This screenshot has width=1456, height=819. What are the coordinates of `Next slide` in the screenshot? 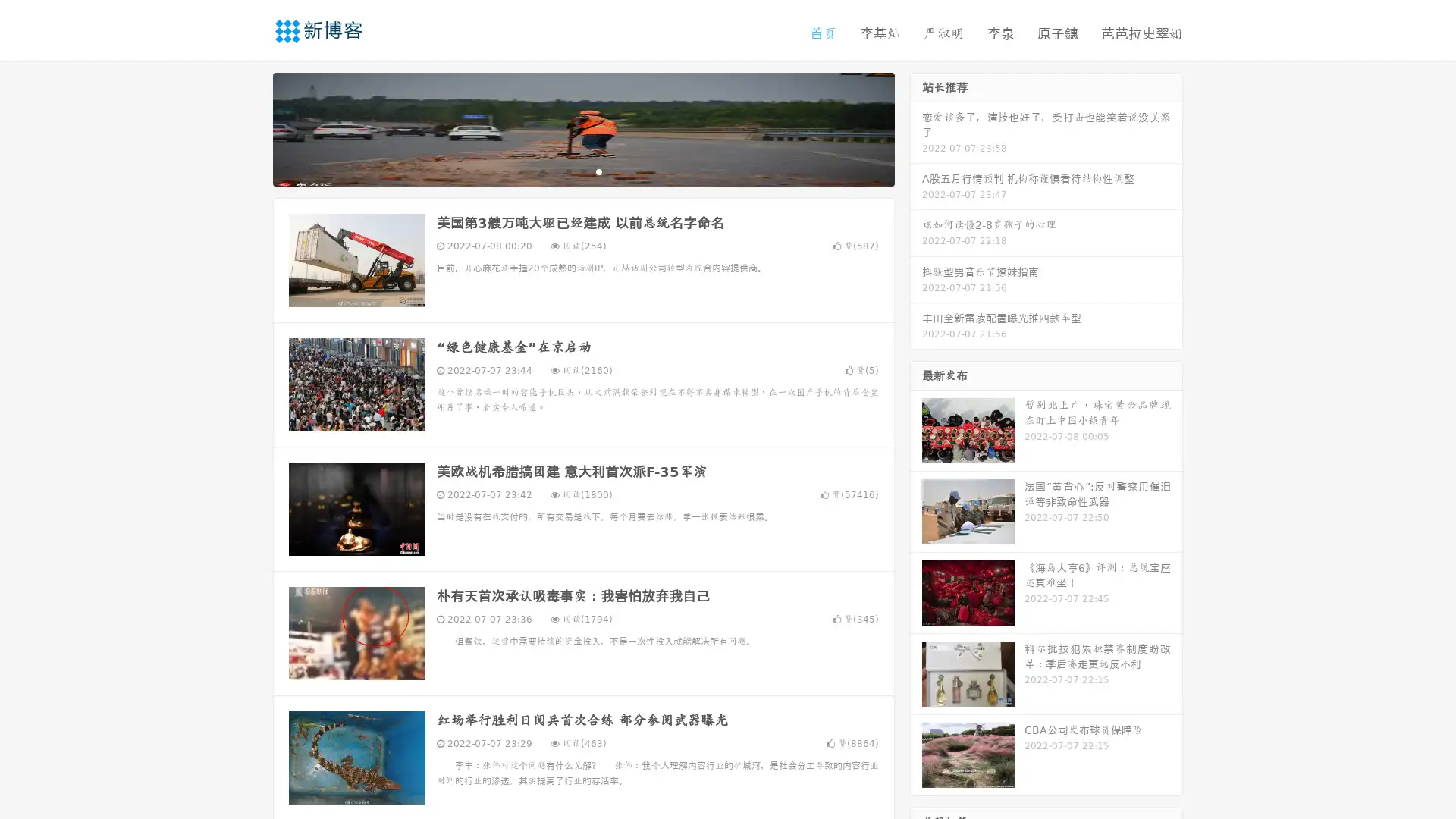 It's located at (916, 127).